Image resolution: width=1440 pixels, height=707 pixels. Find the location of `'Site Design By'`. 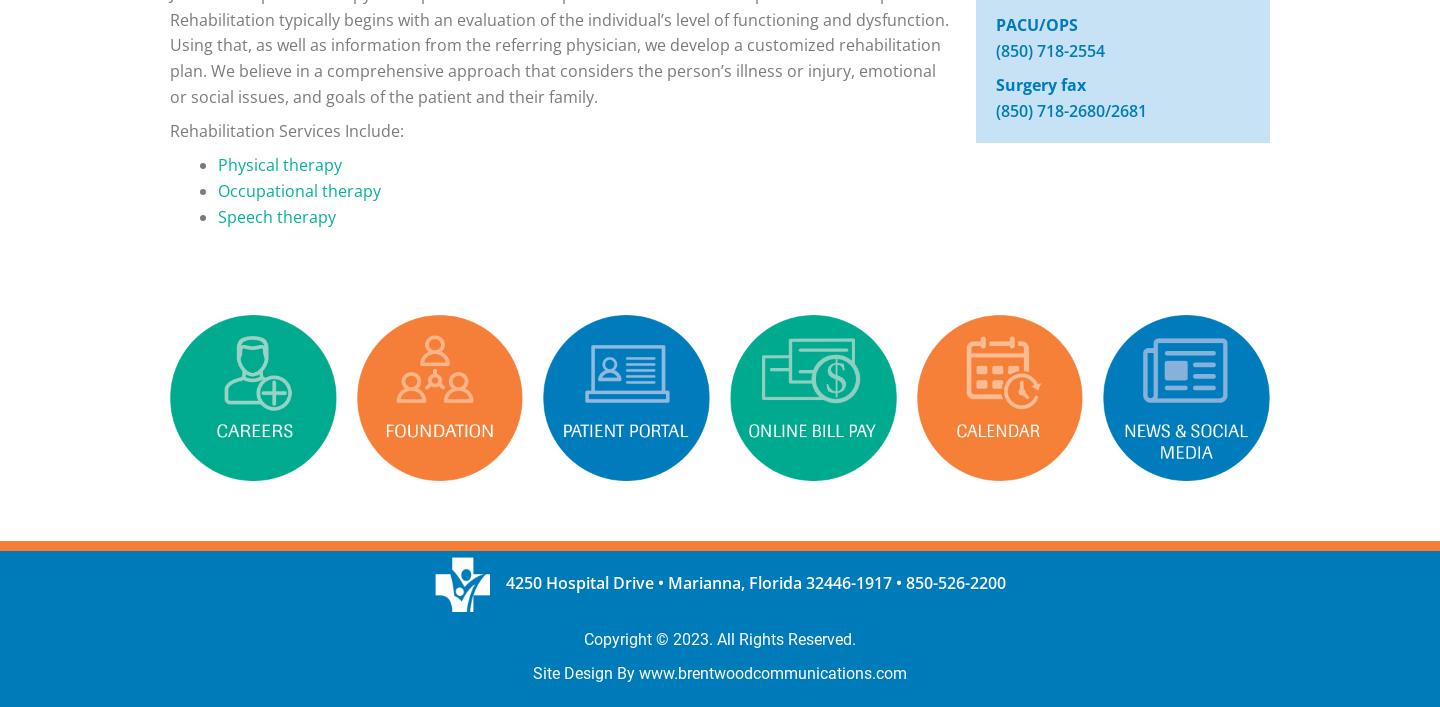

'Site Design By' is located at coordinates (585, 672).